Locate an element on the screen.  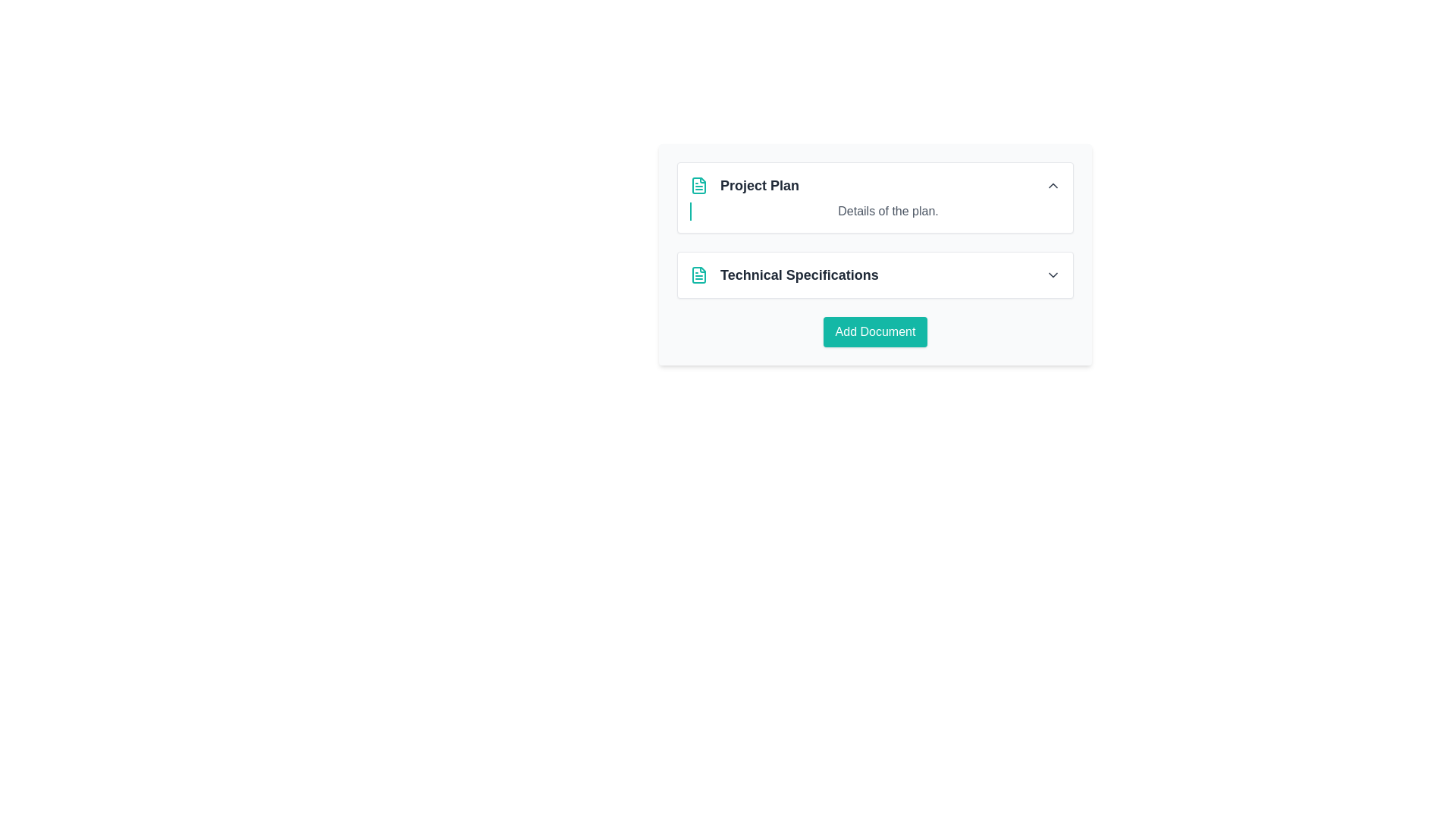
the document file icon located in the second row of the list, positioned to the left of the text 'Technical Specifications' is located at coordinates (698, 275).